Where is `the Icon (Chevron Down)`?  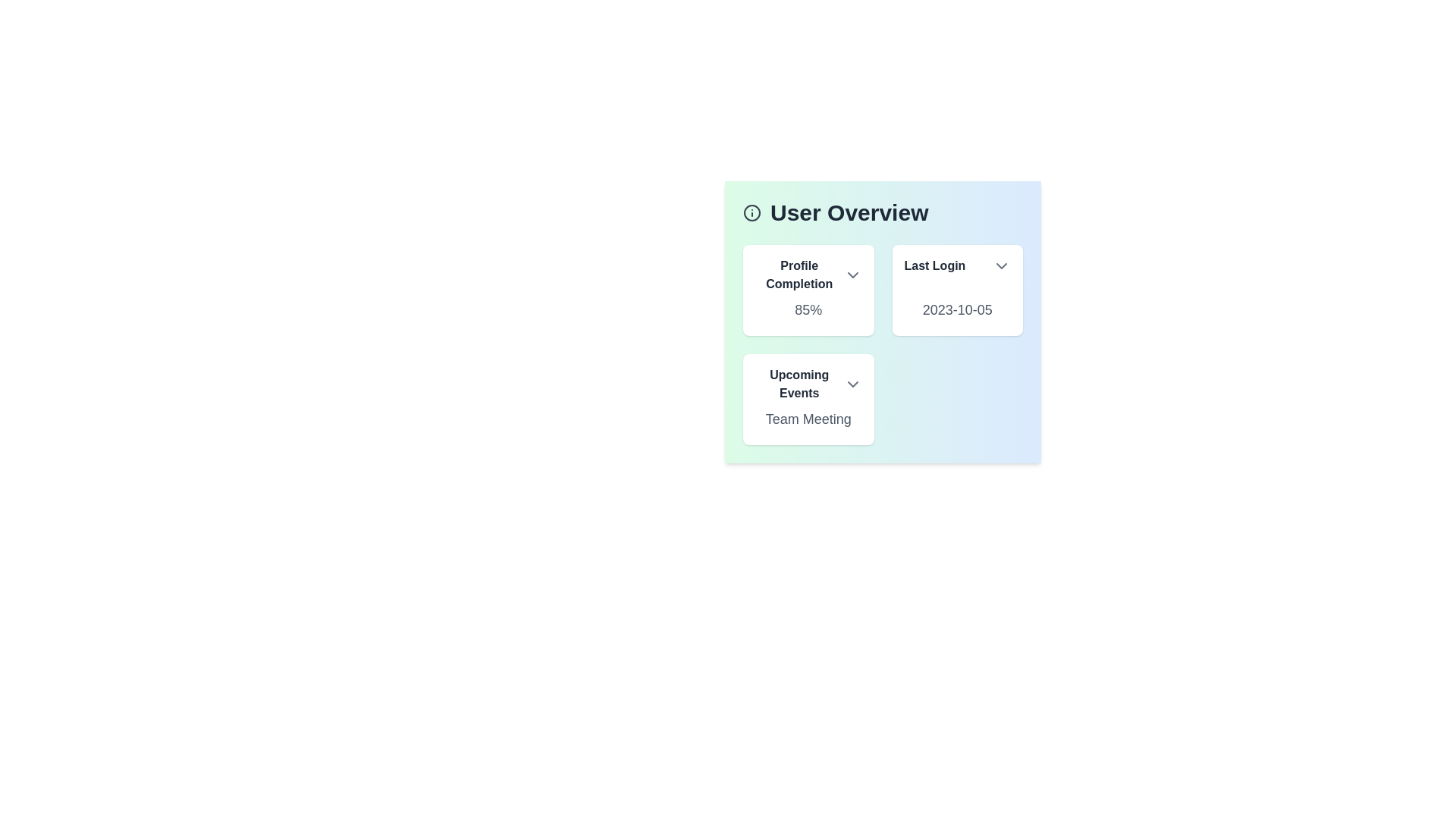 the Icon (Chevron Down) is located at coordinates (1001, 265).